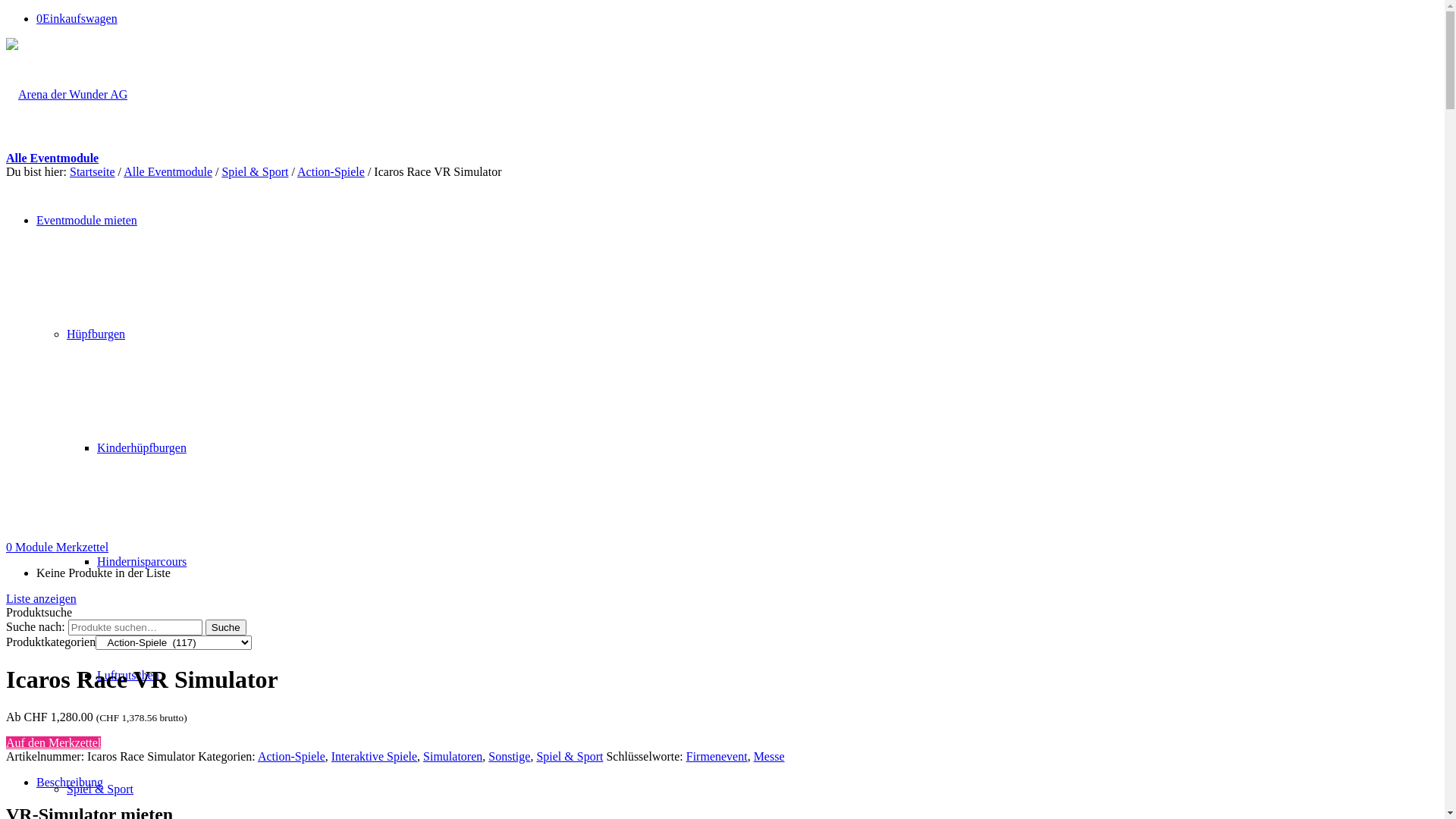 The image size is (1456, 819). I want to click on 'Startseite', so click(91, 171).